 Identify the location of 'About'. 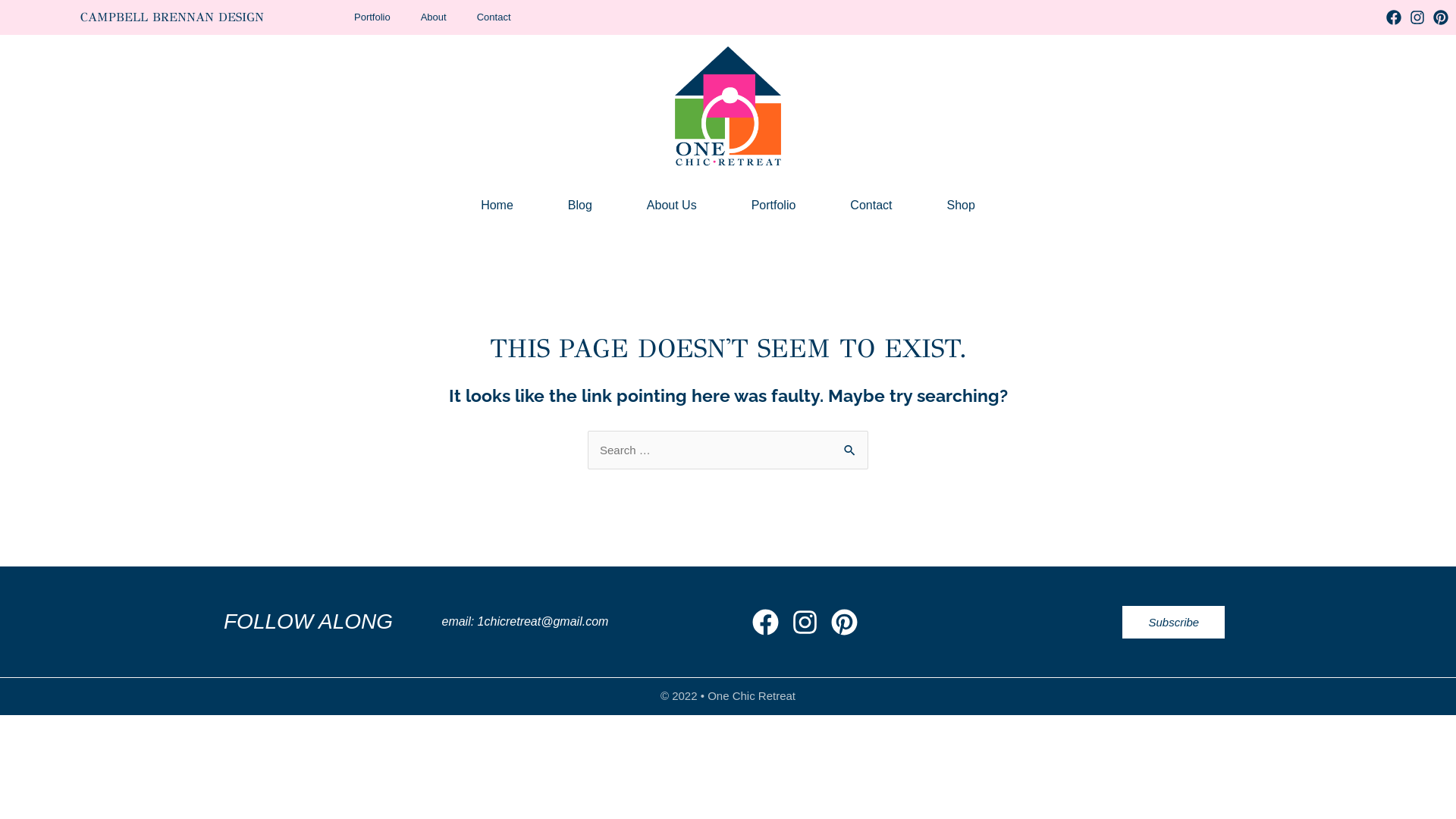
(432, 17).